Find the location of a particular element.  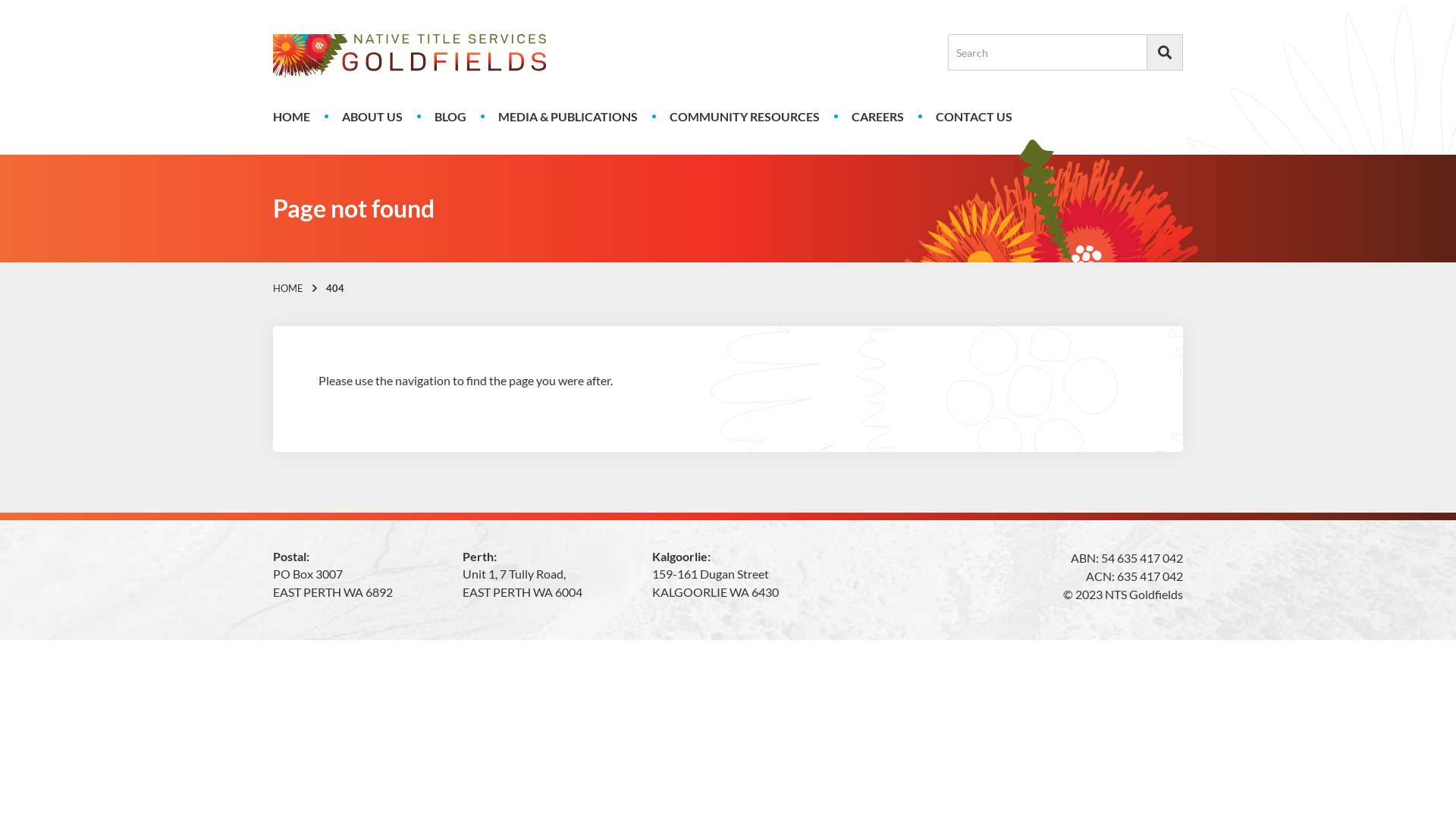

'Search for:' is located at coordinates (1065, 52).